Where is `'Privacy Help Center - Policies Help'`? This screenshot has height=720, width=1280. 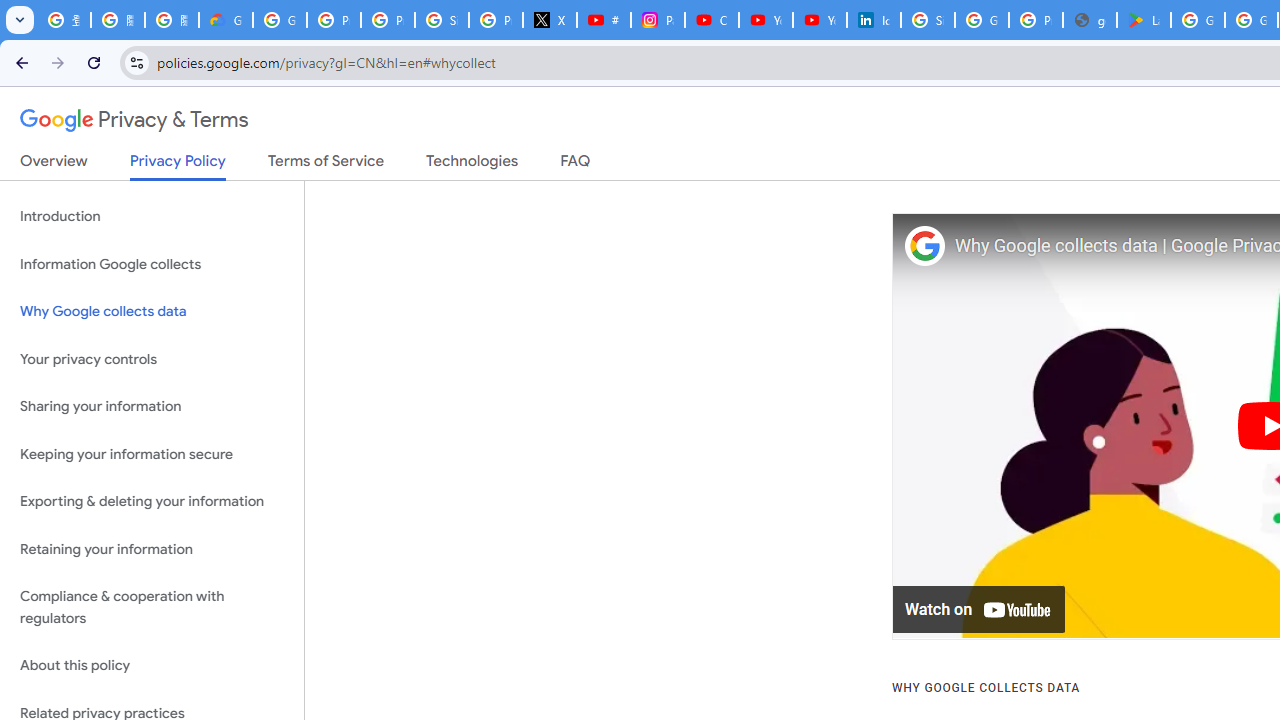 'Privacy Help Center - Policies Help' is located at coordinates (387, 20).